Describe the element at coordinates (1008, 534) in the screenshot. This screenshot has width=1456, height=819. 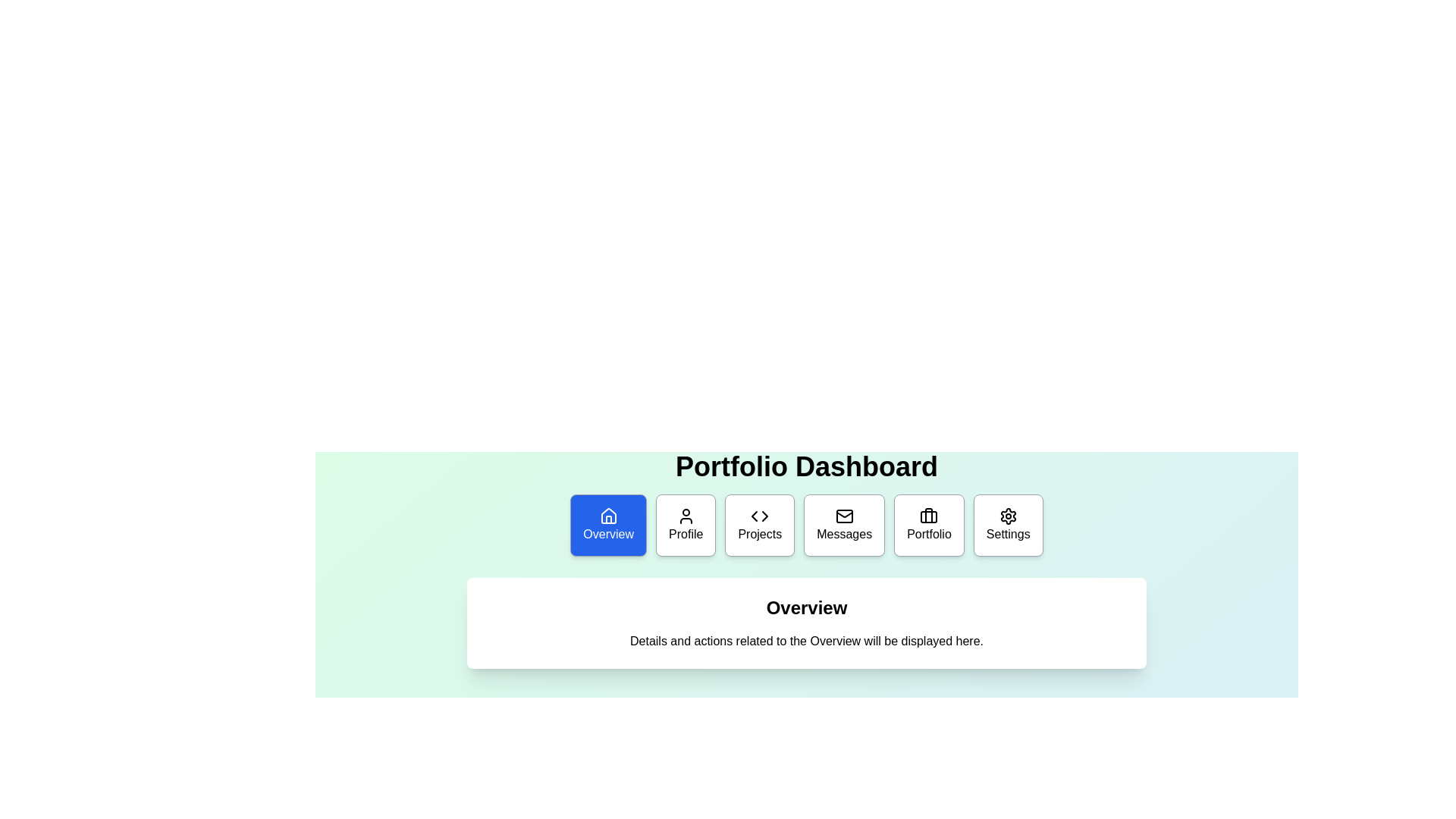
I see `the 'Settings' text label, which is the last item in the menu sequence and has a gear icon above it` at that location.